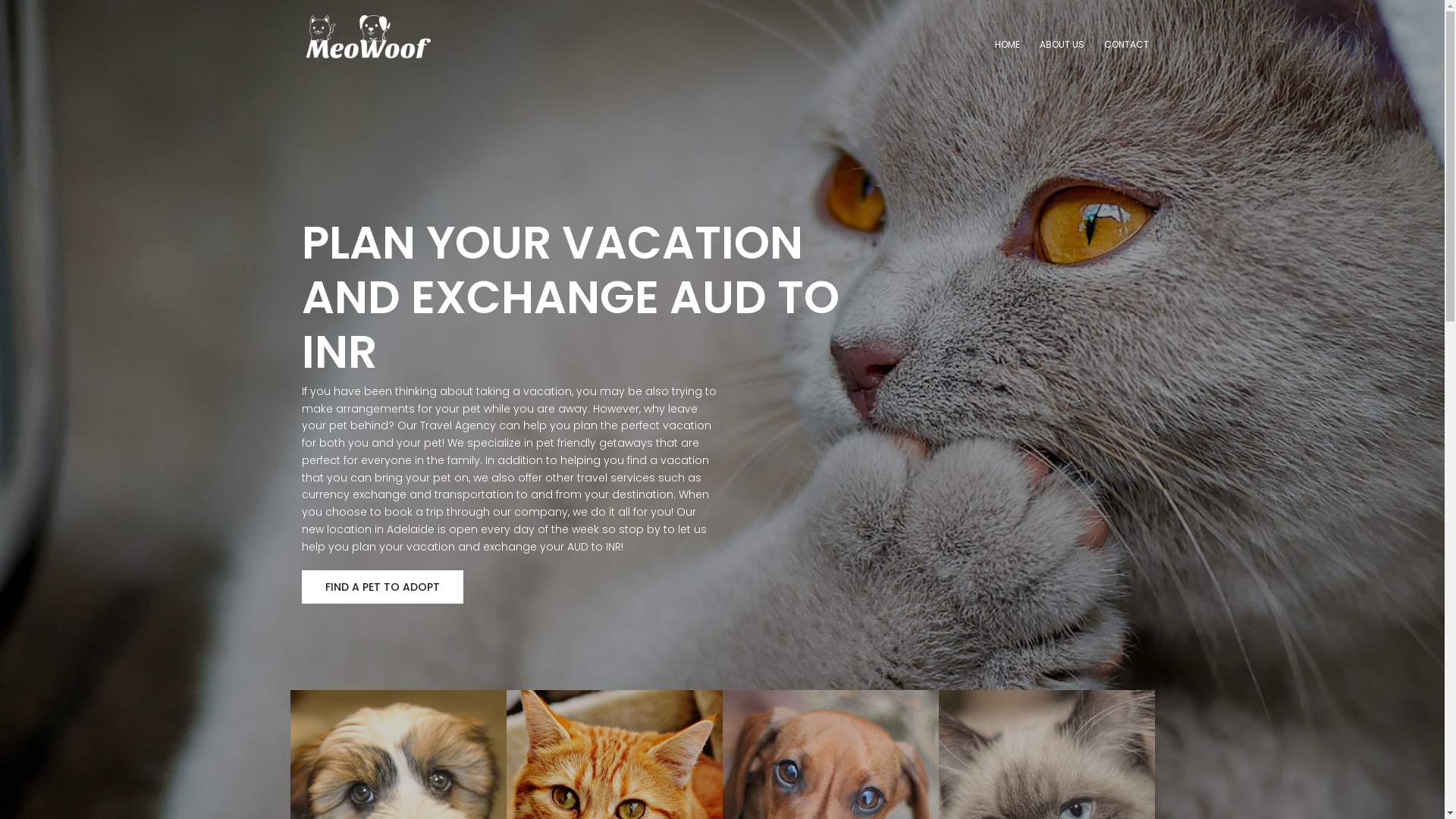 Image resolution: width=1456 pixels, height=819 pixels. Describe the element at coordinates (1126, 44) in the screenshot. I see `'CONTACT'` at that location.